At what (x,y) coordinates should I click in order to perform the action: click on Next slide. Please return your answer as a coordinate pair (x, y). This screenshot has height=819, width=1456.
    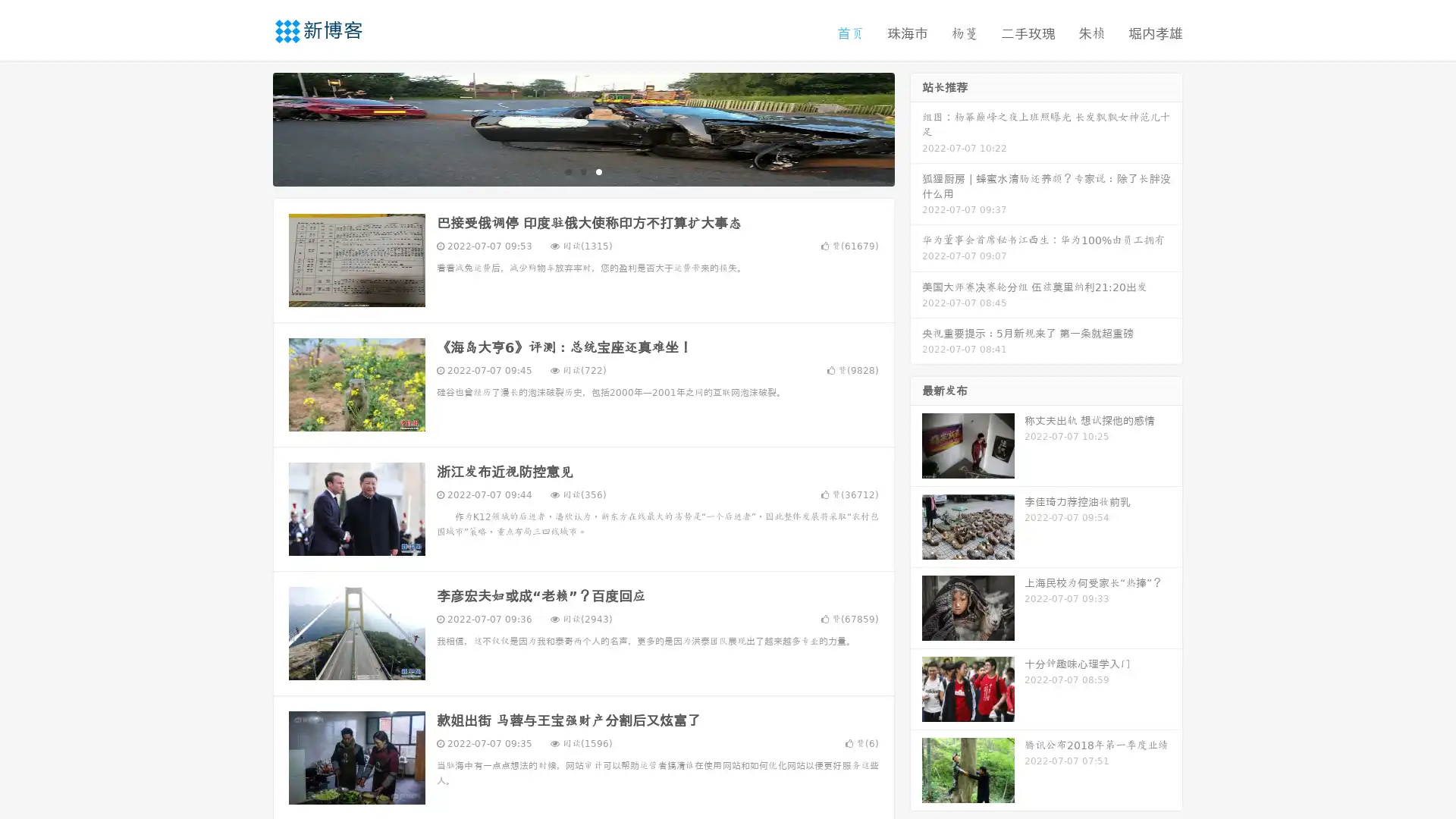
    Looking at the image, I should click on (916, 127).